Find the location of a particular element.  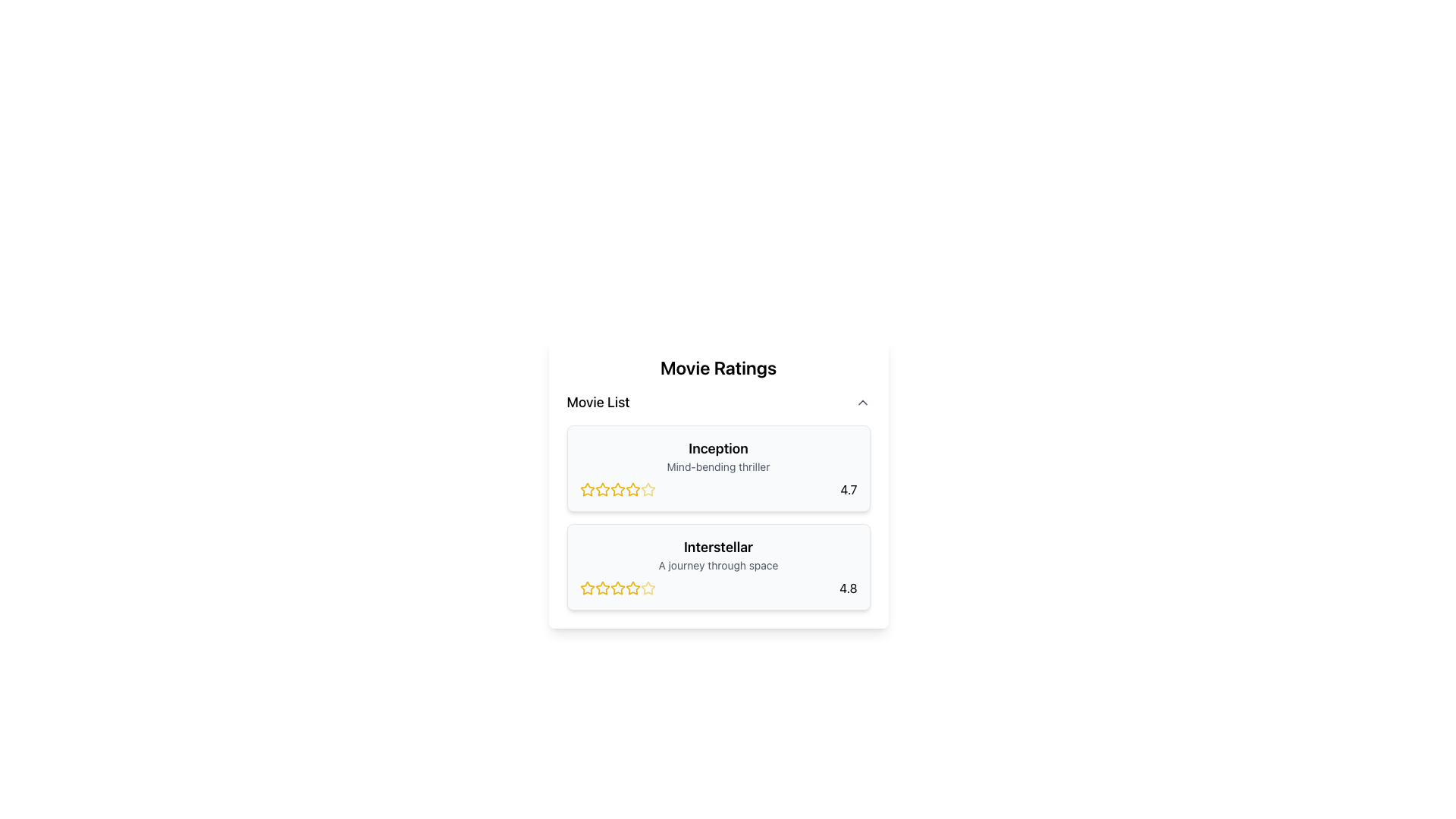

the highlighted star button for rating the movie 'Interstellar' located in the ratings section is located at coordinates (586, 587).